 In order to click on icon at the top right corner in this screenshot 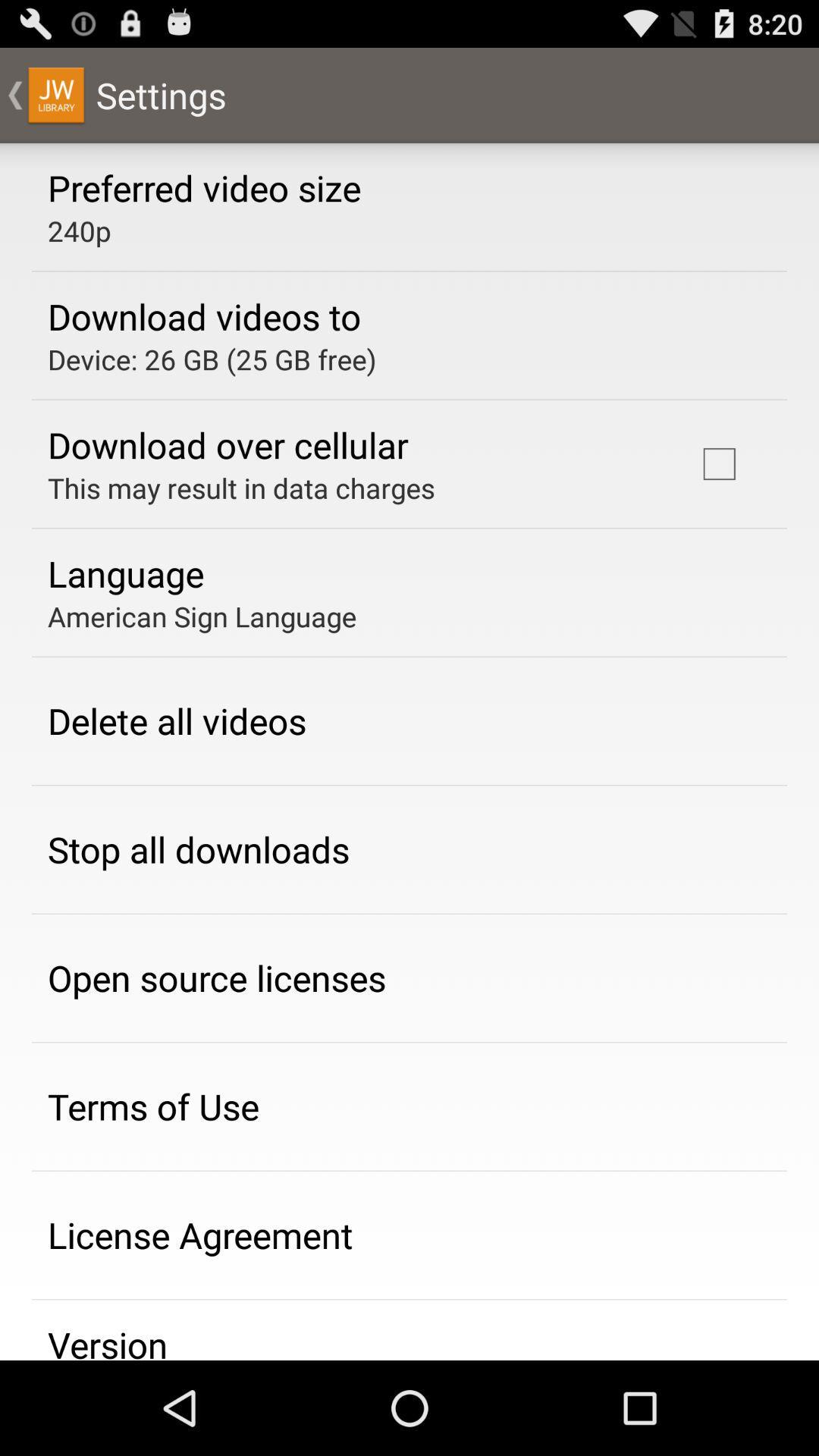, I will do `click(718, 463)`.